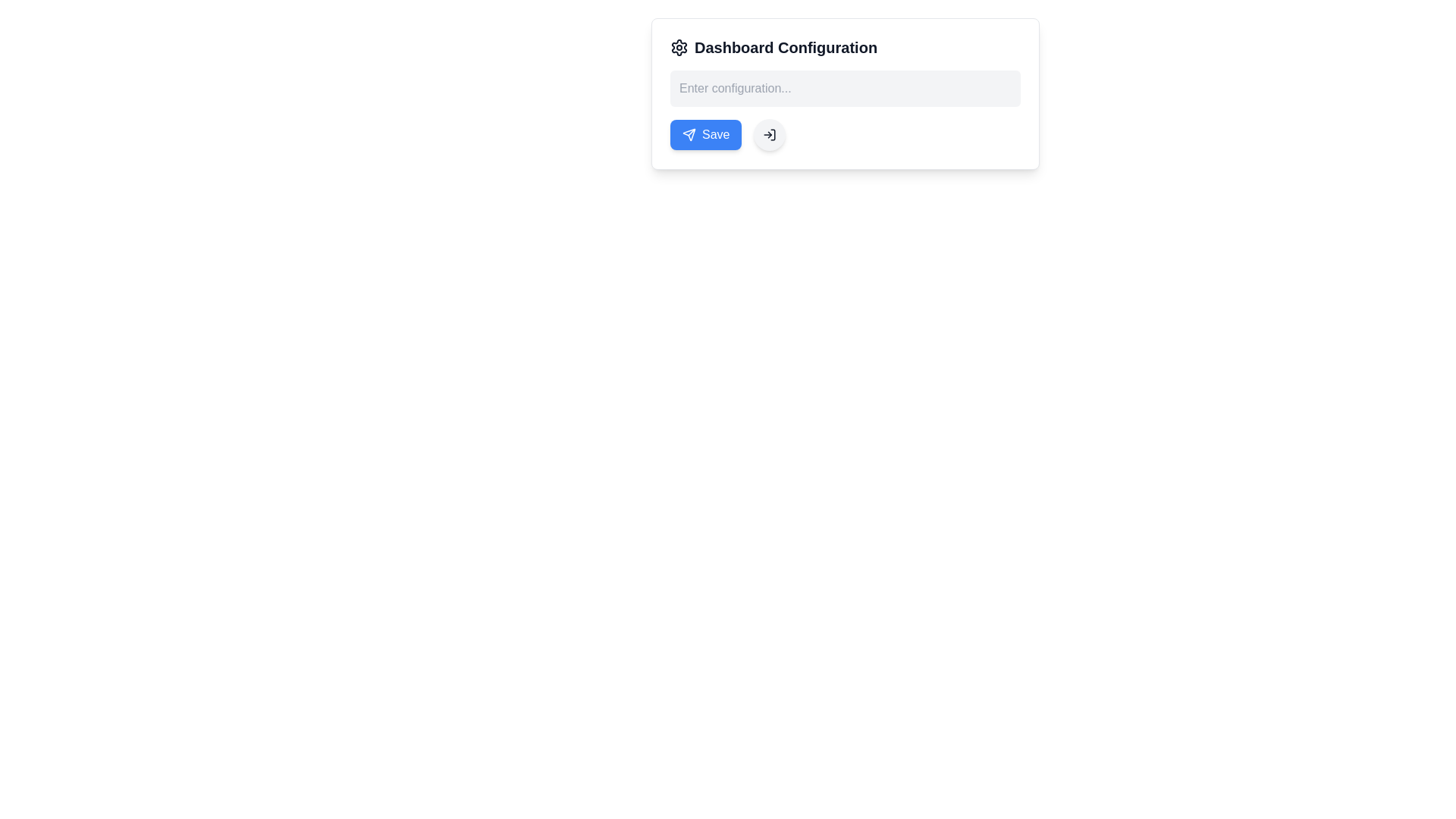 The width and height of the screenshot is (1456, 819). What do you see at coordinates (688, 133) in the screenshot?
I see `the paper plane icon located to the left of the 'Save' button on the 'Dashboard Configuration' interface` at bounding box center [688, 133].